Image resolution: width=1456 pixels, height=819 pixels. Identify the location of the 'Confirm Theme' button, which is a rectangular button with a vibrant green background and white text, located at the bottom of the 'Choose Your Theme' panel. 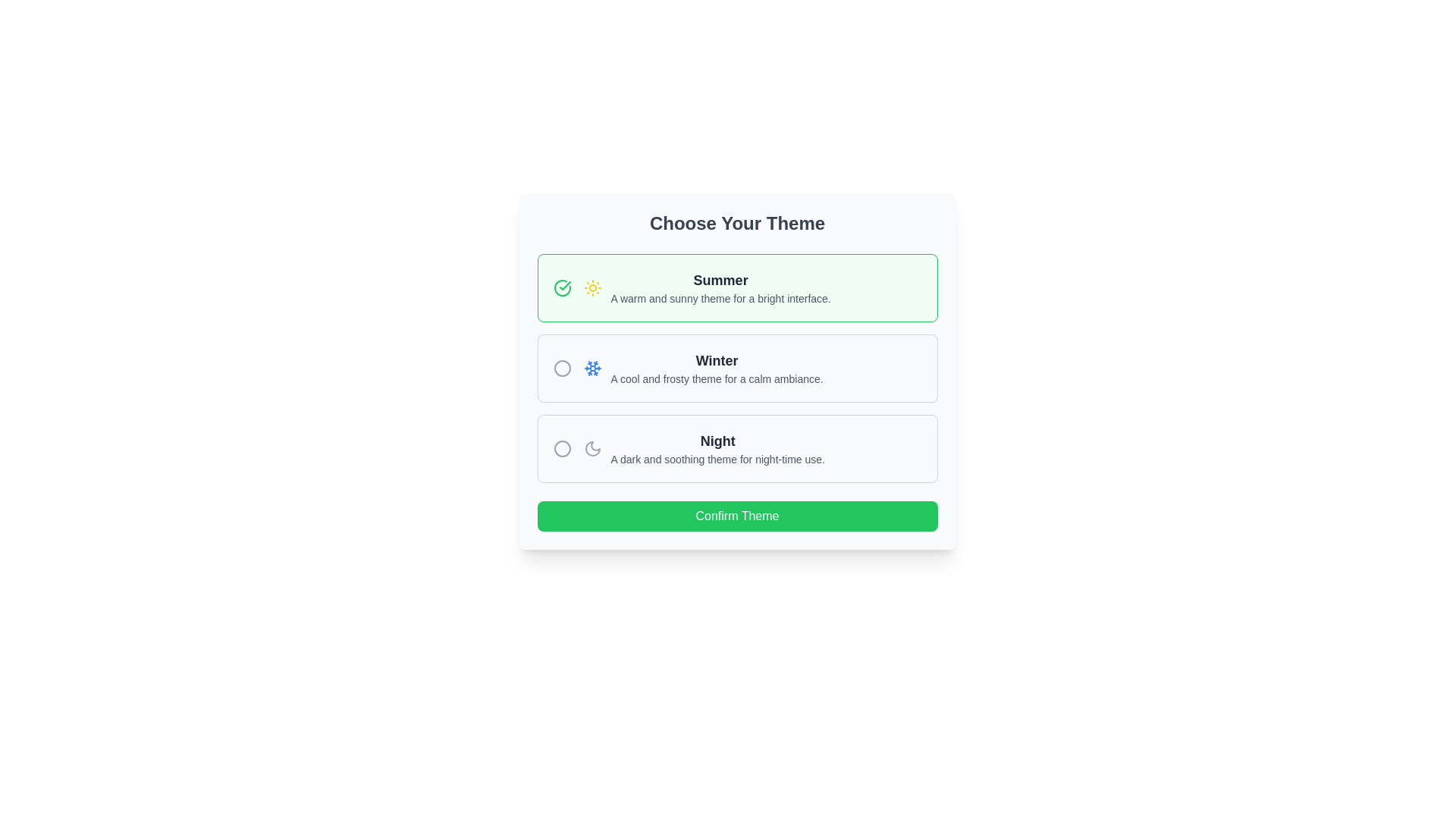
(737, 516).